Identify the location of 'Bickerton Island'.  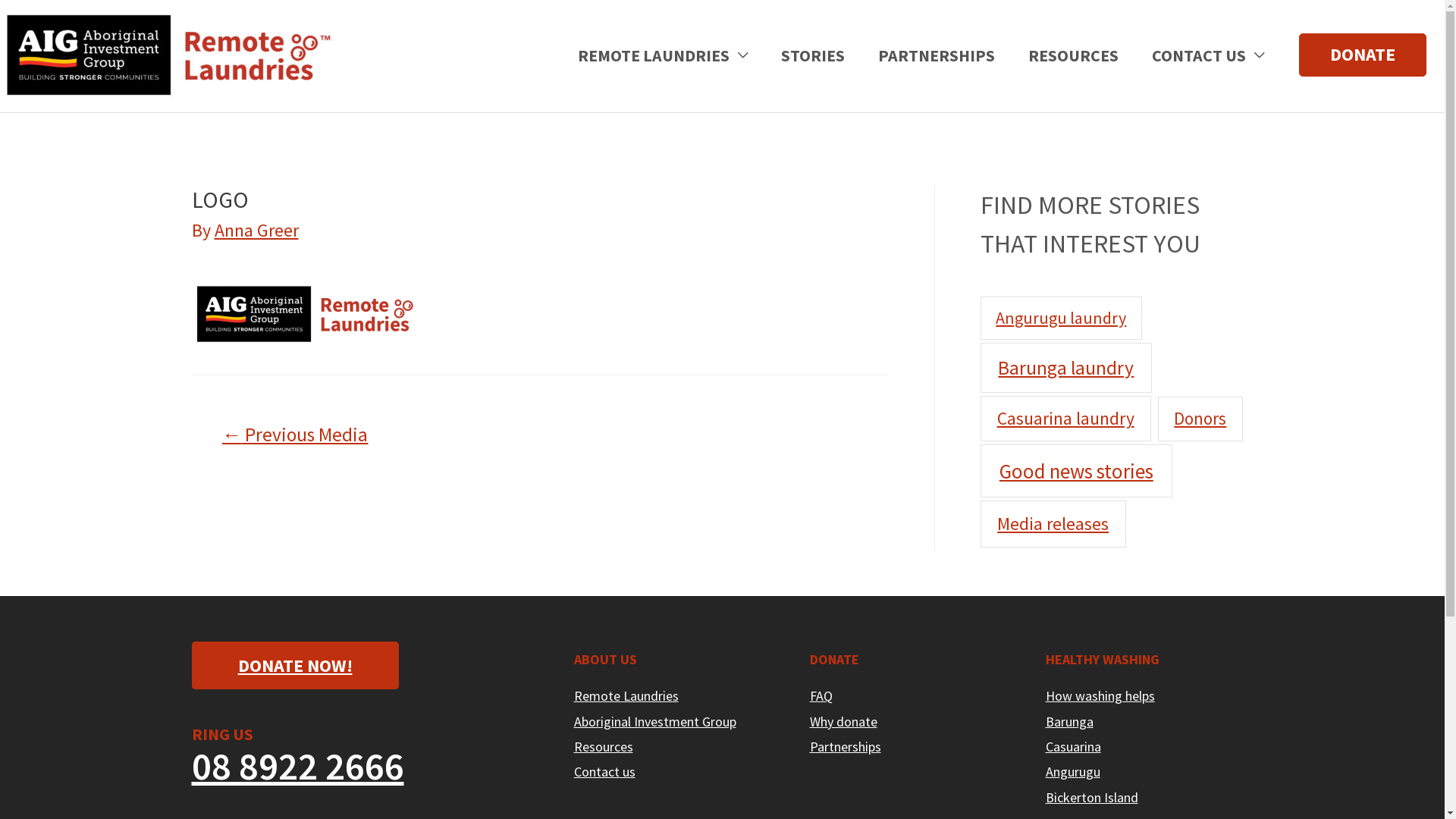
(1092, 796).